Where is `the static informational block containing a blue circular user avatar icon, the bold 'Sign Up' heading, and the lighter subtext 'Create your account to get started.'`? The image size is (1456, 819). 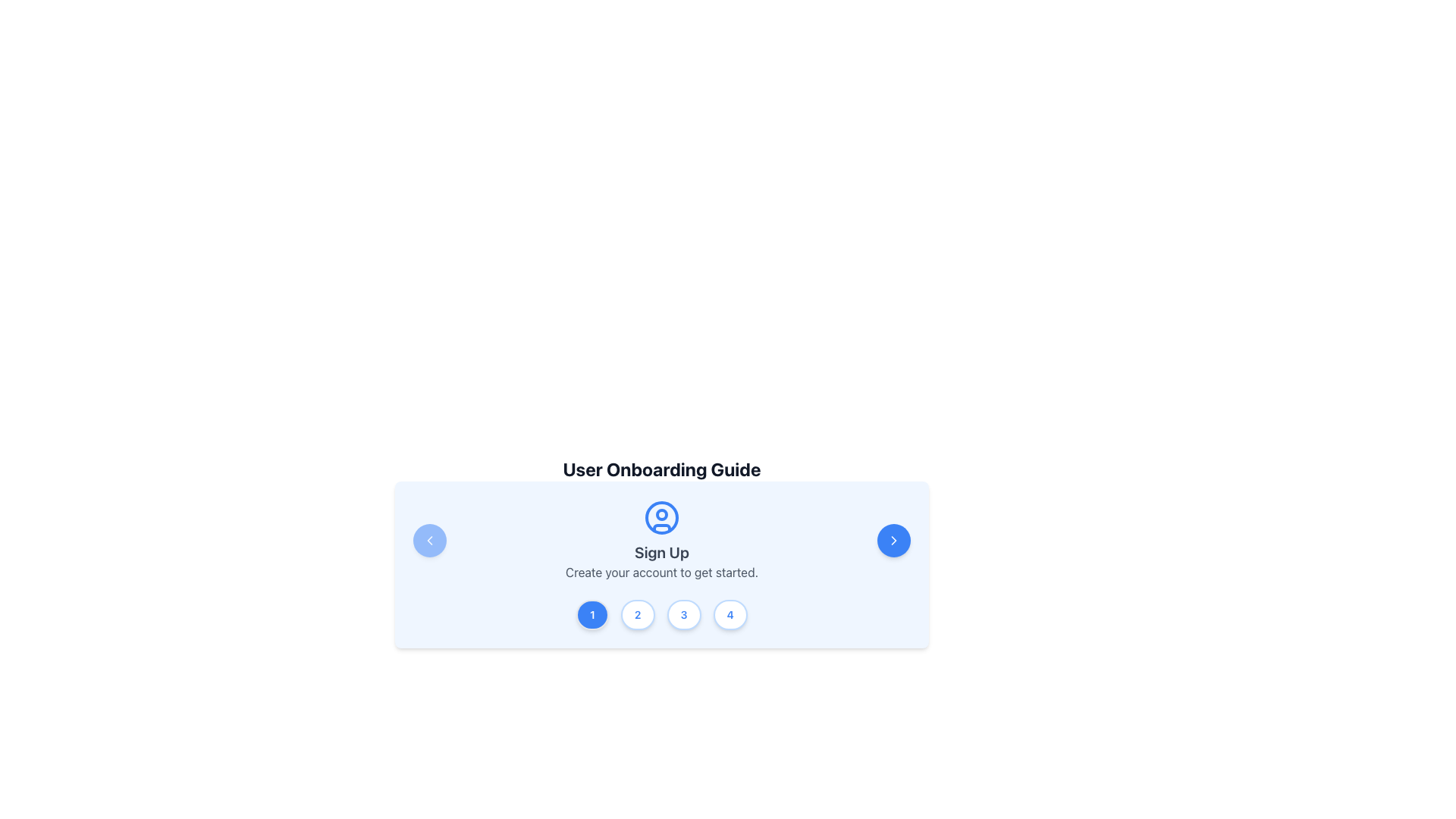 the static informational block containing a blue circular user avatar icon, the bold 'Sign Up' heading, and the lighter subtext 'Create your account to get started.' is located at coordinates (662, 540).